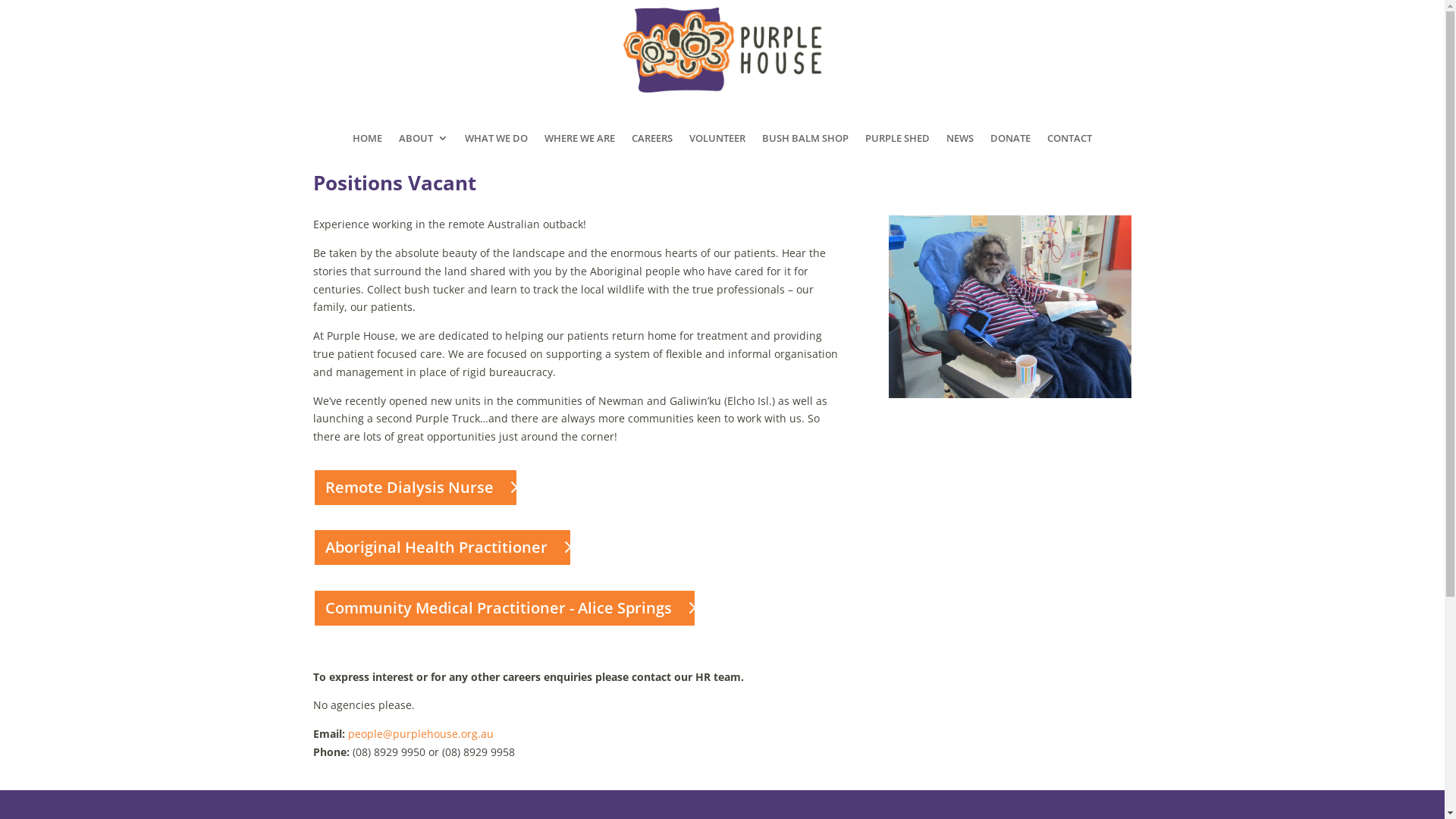 The image size is (1456, 819). What do you see at coordinates (419, 733) in the screenshot?
I see `'people@purplehouse.org.au'` at bounding box center [419, 733].